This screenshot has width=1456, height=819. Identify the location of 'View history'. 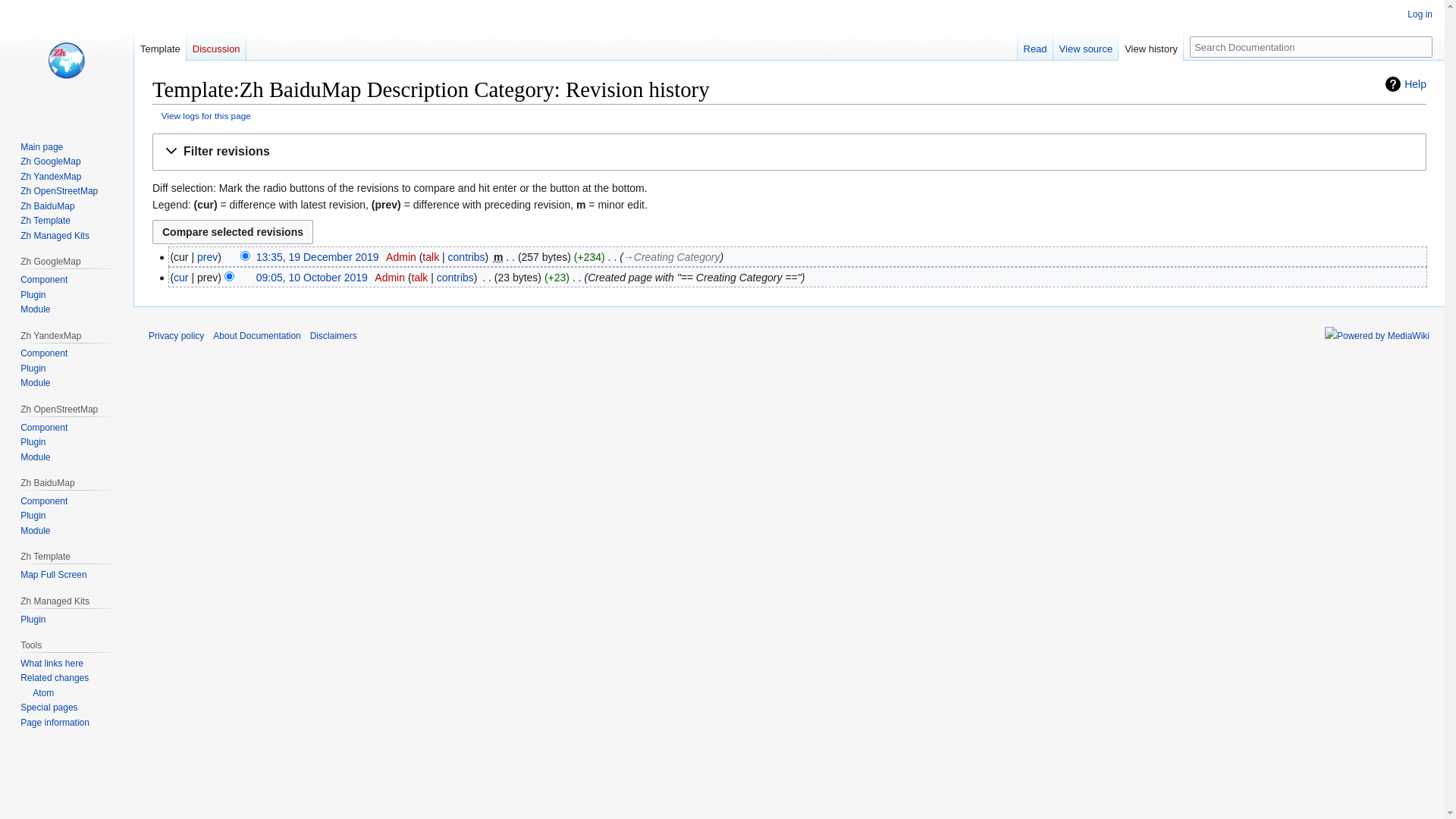
(1150, 45).